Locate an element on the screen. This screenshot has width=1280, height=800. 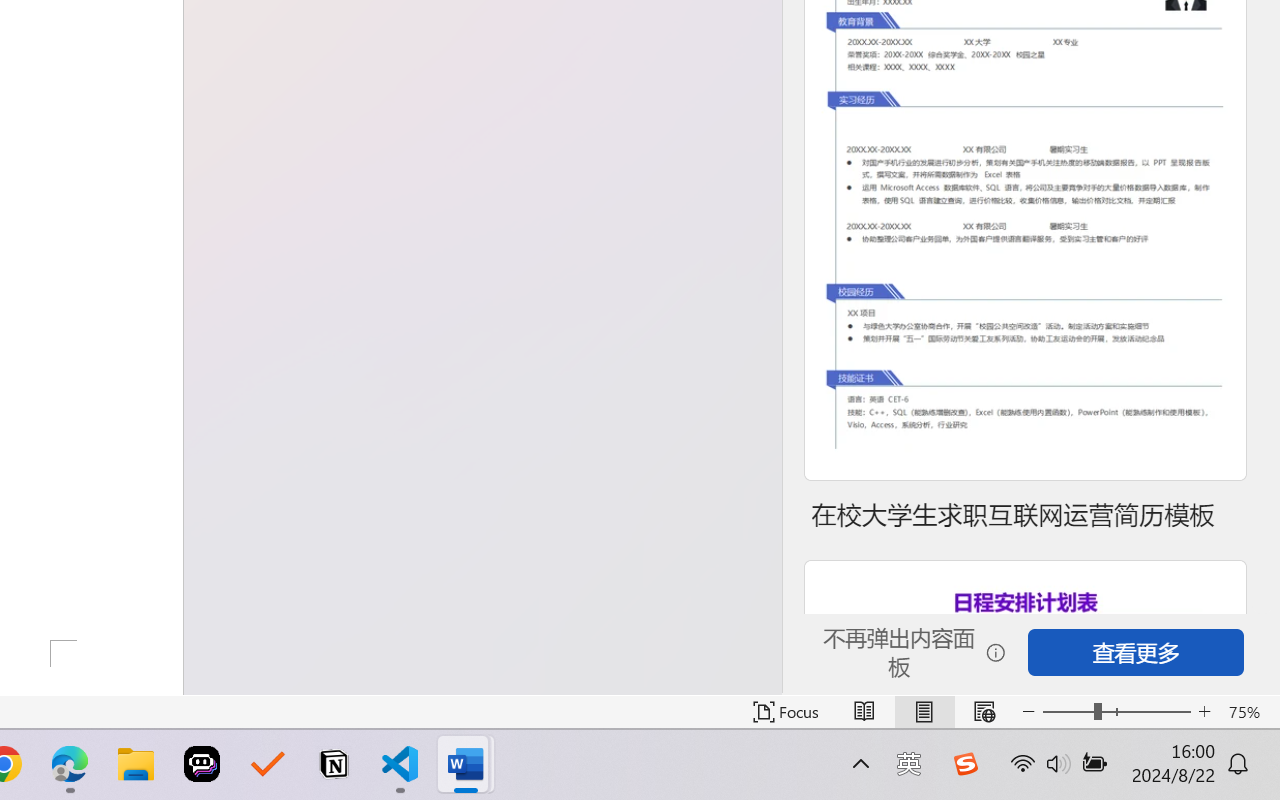
'Read Mode' is located at coordinates (864, 711).